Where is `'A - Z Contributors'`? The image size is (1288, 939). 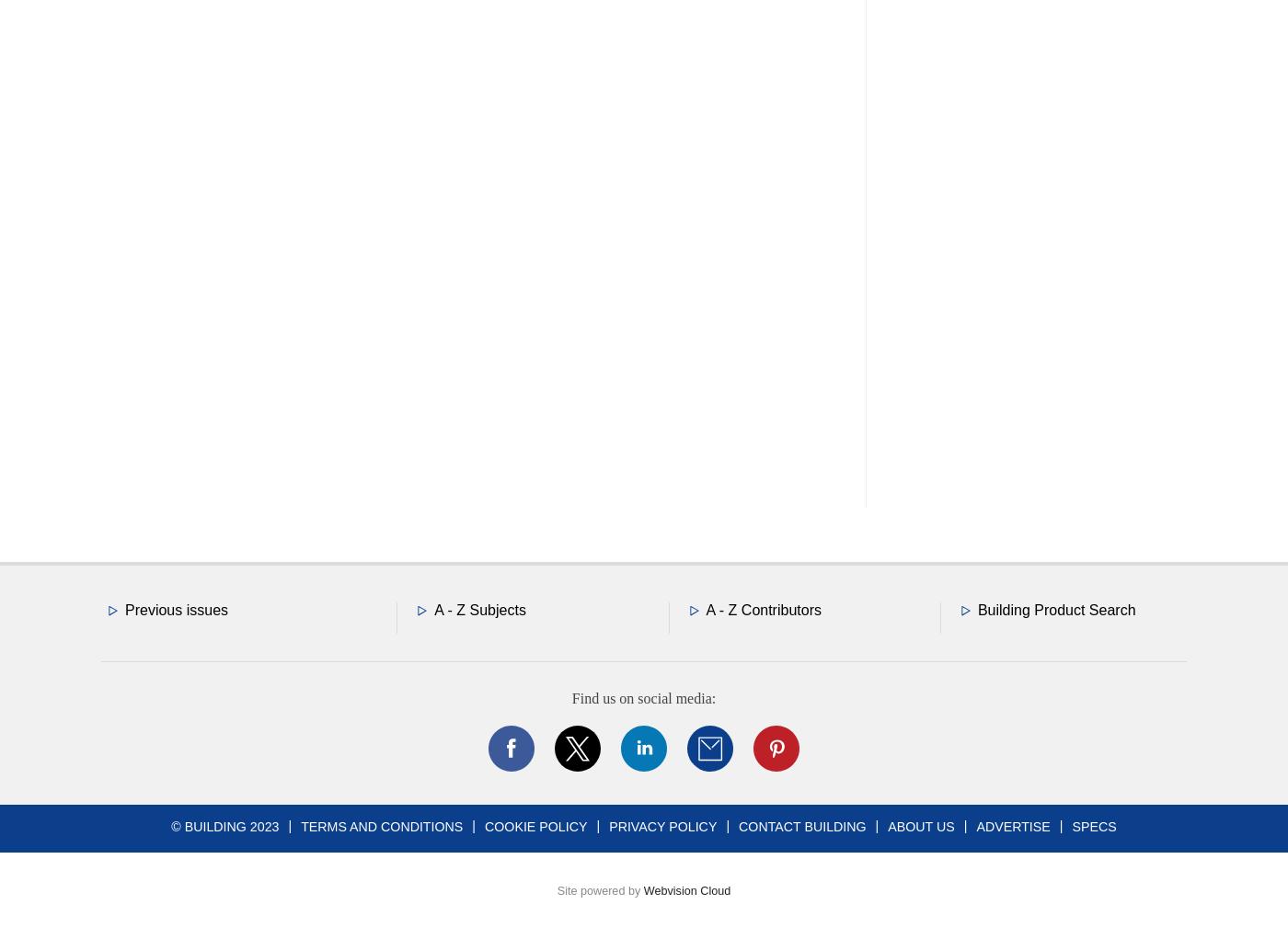
'A - Z Contributors' is located at coordinates (763, 608).